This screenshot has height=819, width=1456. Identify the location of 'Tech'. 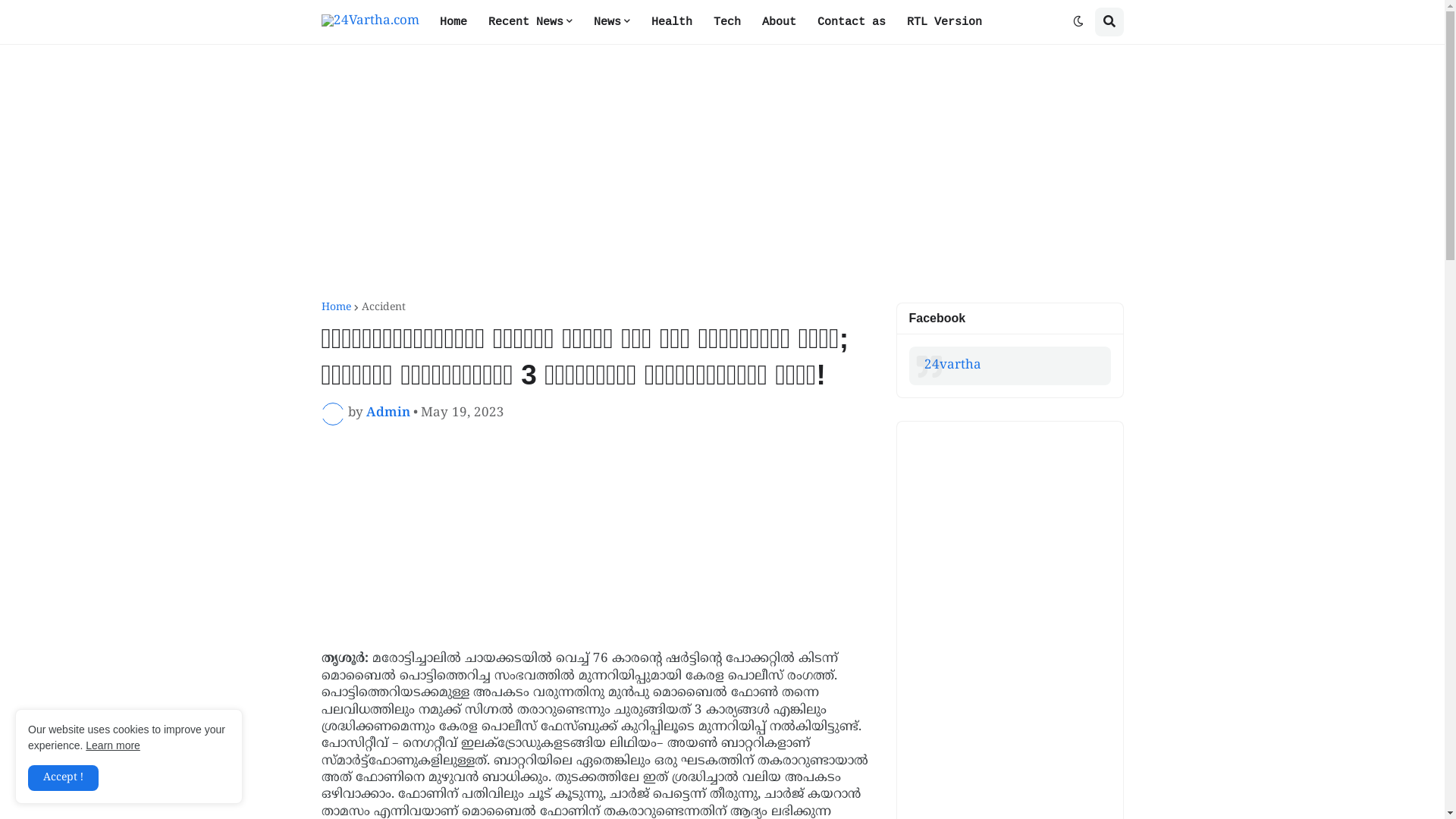
(726, 22).